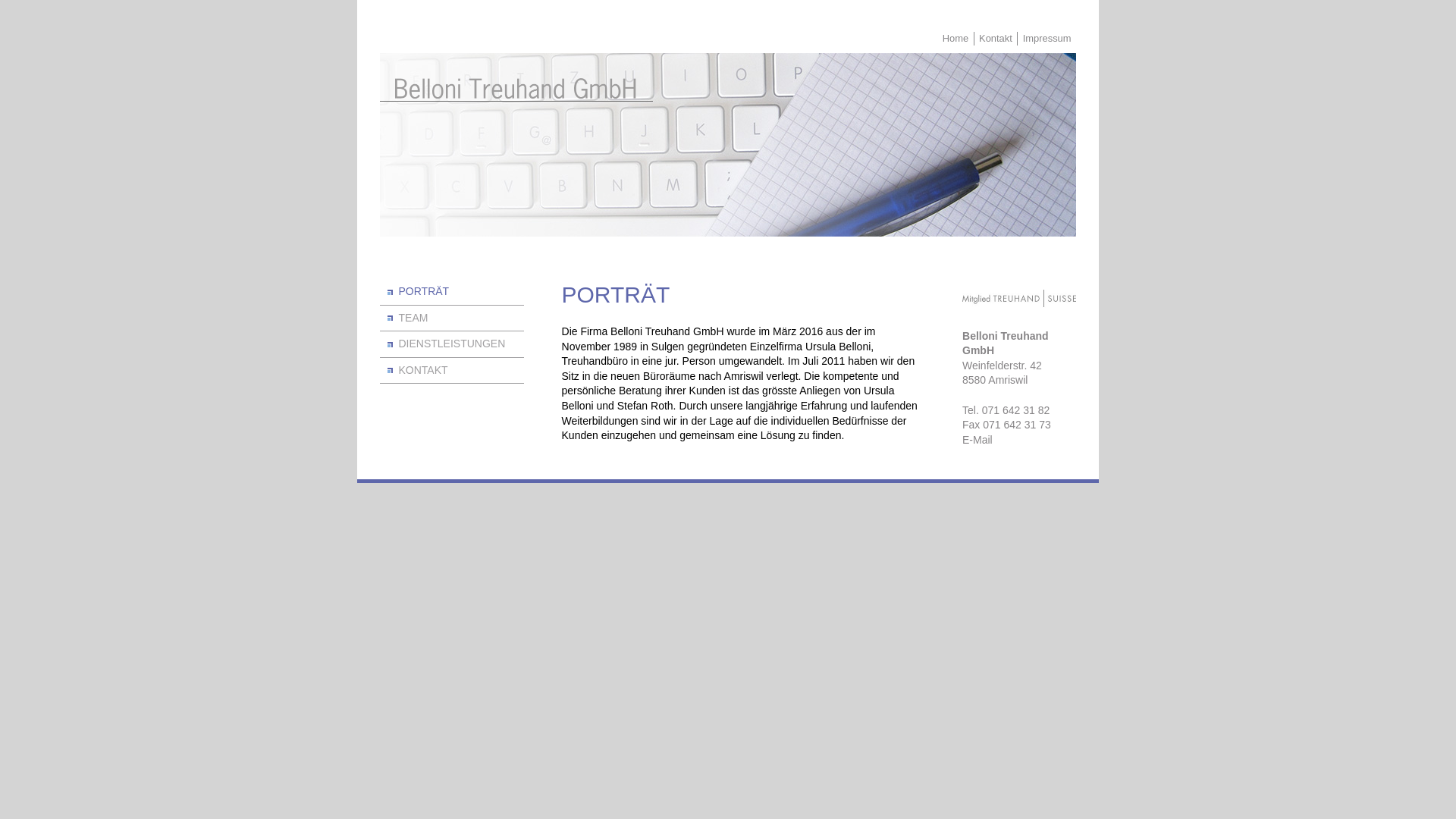  What do you see at coordinates (974, 37) in the screenshot?
I see `'Kontakt'` at bounding box center [974, 37].